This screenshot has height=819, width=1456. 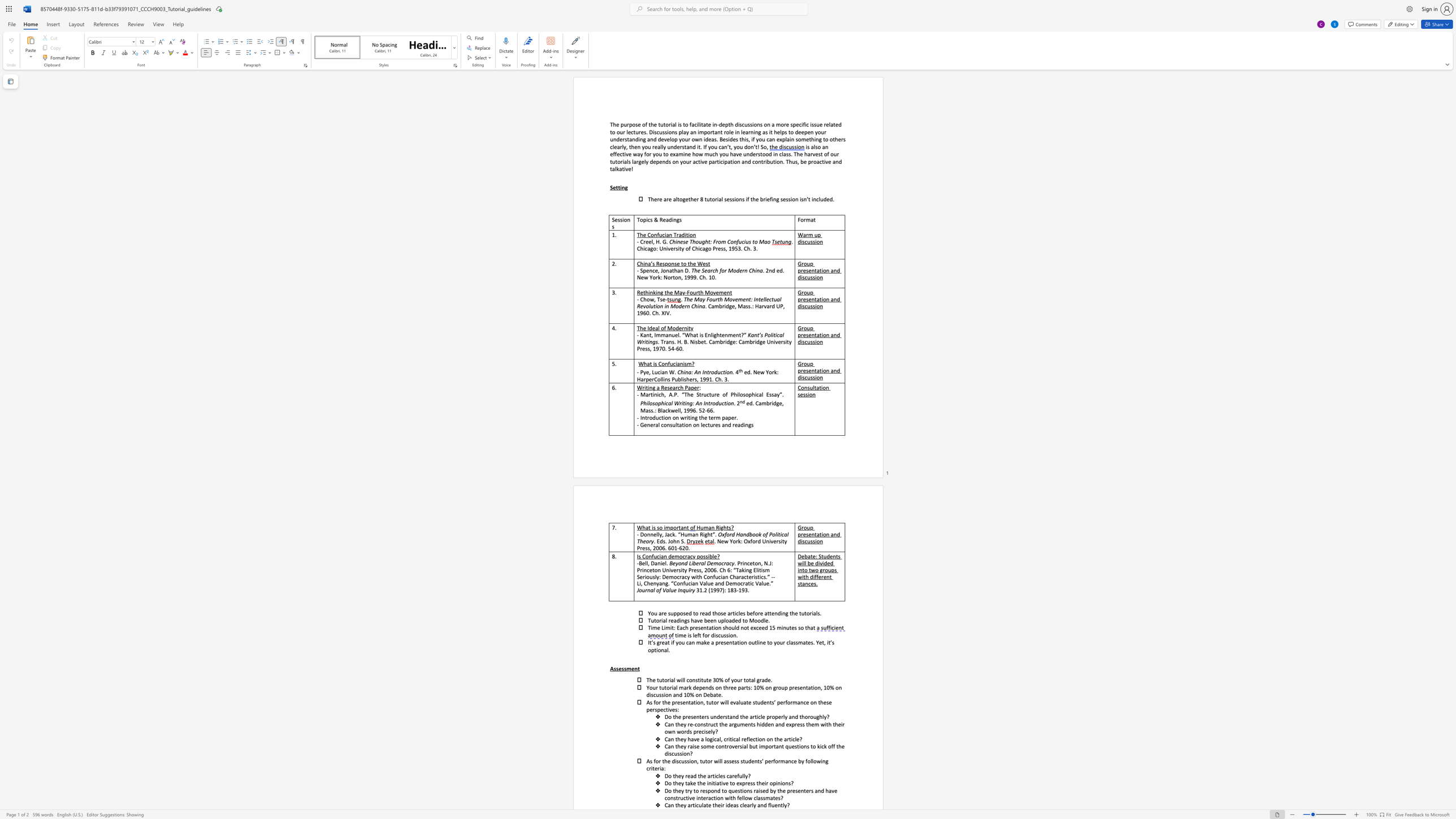 I want to click on the subset text "acilitat" within the text "facilitate", so click(x=691, y=124).